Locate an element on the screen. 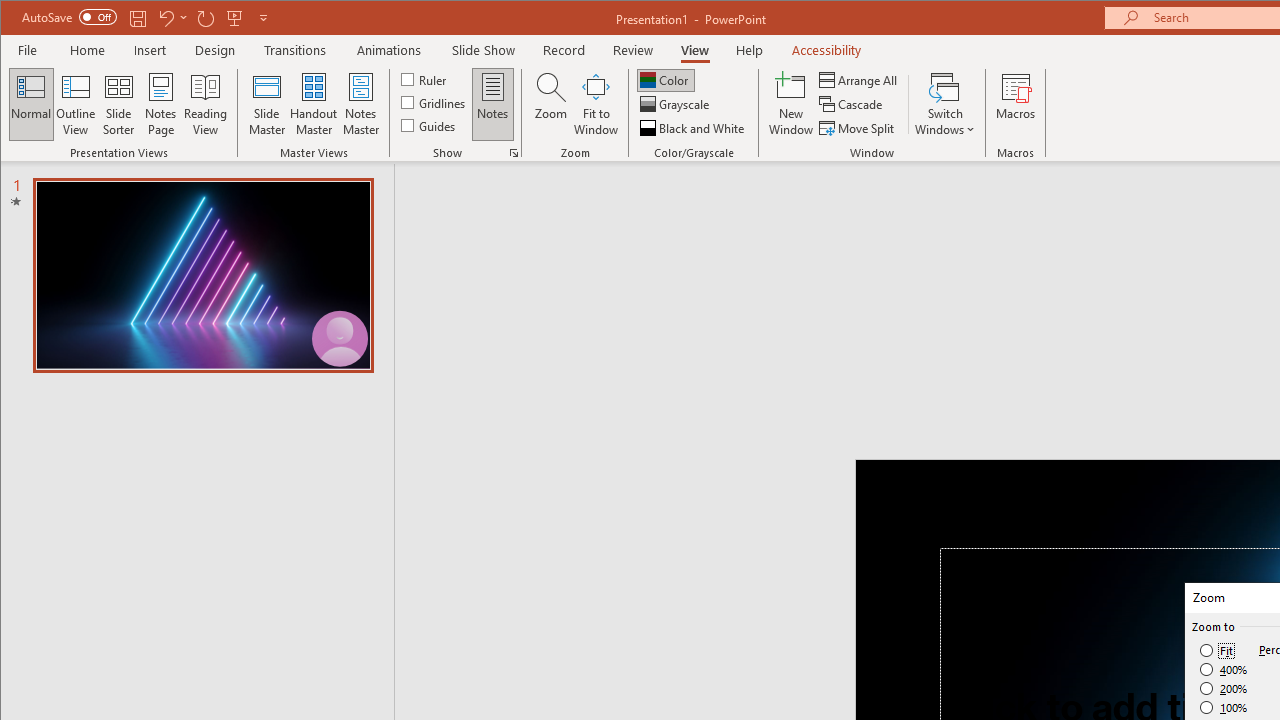 This screenshot has height=720, width=1280. 'New Window' is located at coordinates (790, 104).